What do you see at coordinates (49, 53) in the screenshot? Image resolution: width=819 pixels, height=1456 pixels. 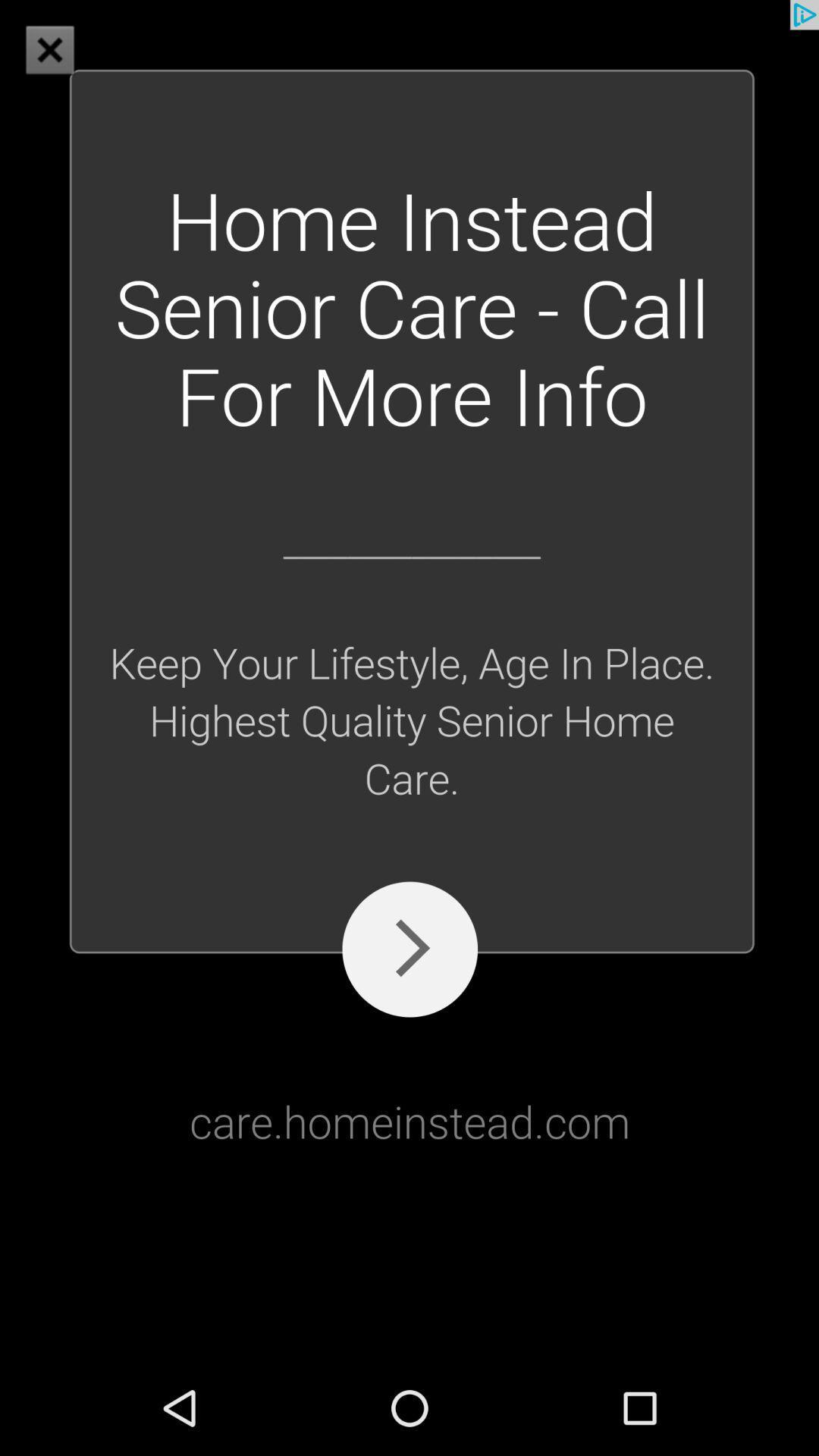 I see `the close icon` at bounding box center [49, 53].